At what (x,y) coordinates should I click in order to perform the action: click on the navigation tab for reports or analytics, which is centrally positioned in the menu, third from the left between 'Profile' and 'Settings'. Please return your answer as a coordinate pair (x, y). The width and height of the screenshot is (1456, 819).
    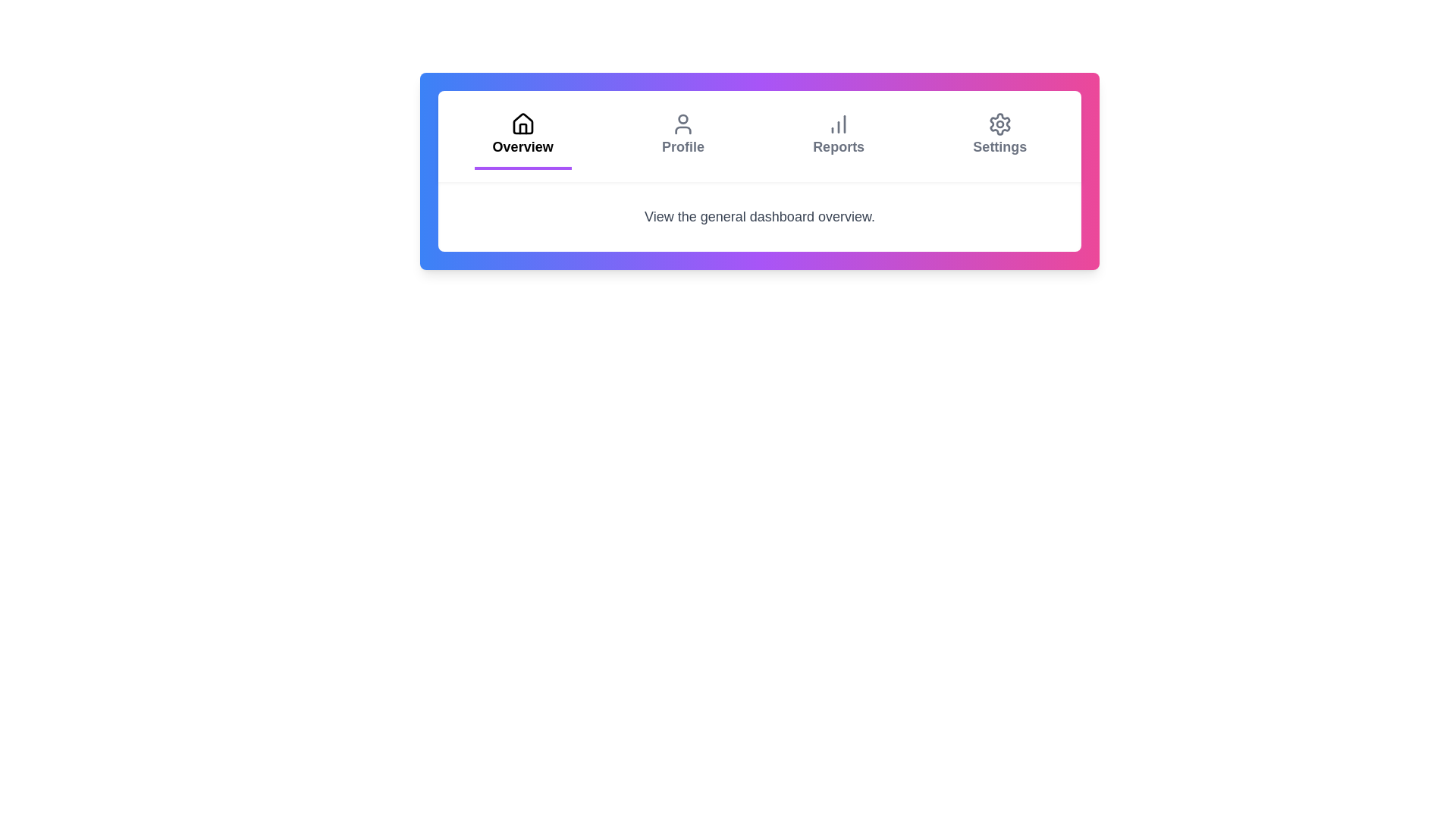
    Looking at the image, I should click on (838, 136).